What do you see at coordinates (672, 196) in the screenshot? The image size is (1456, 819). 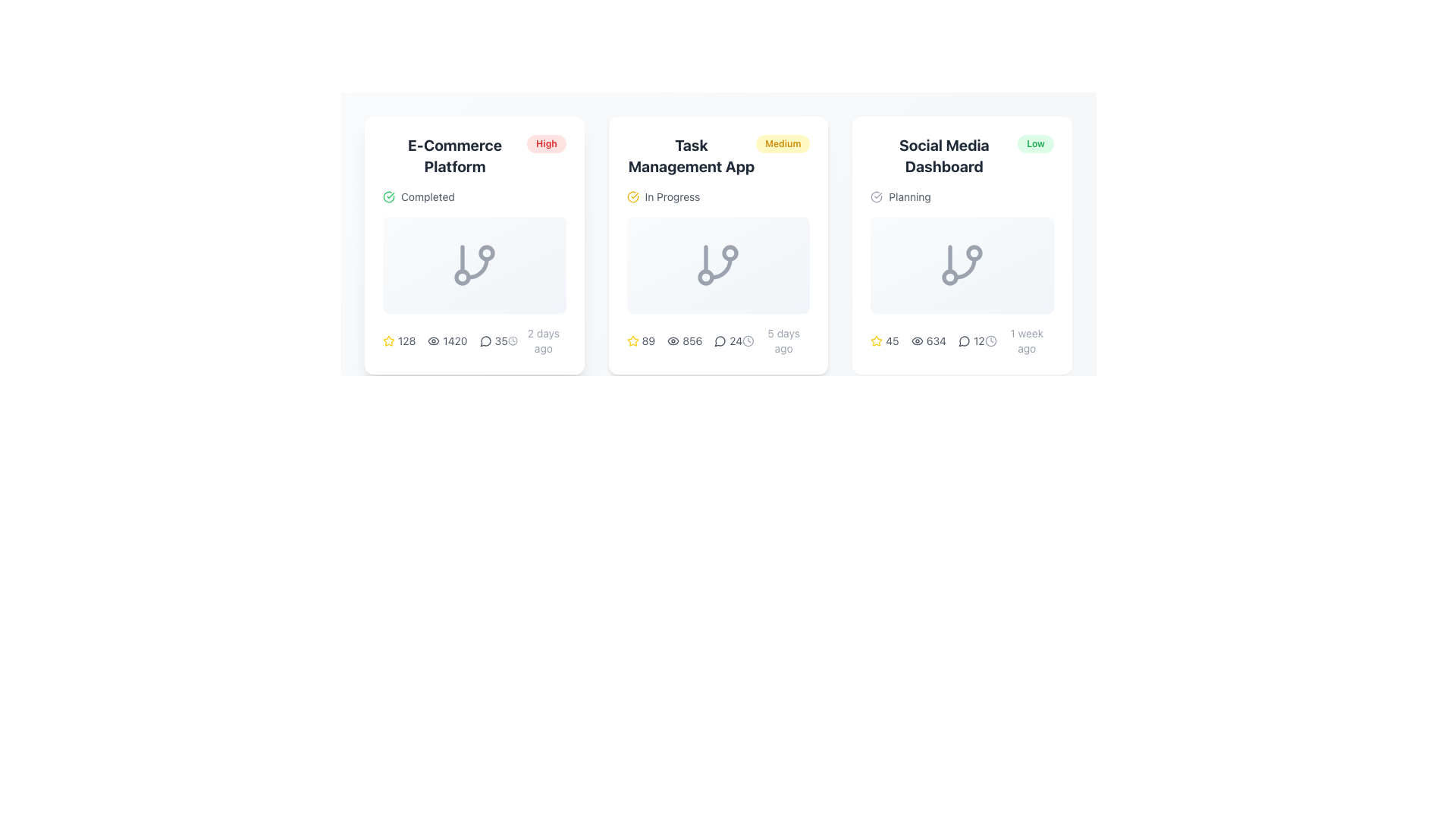 I see `the small text label that displays "In Progress", indicating the current status next to the progress icon in the Task Management App card` at bounding box center [672, 196].